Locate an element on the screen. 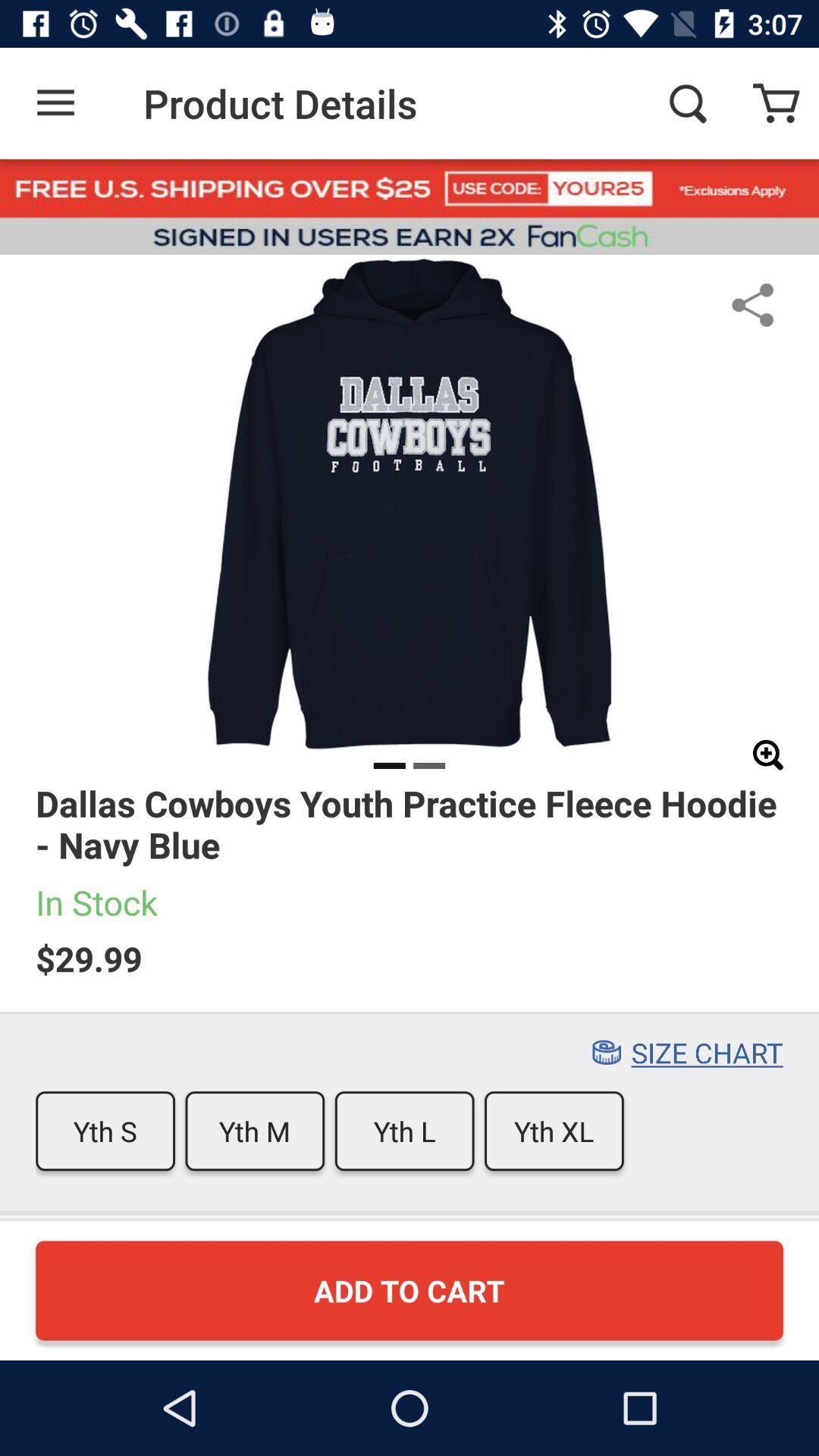 Image resolution: width=819 pixels, height=1456 pixels. item next to the yth m icon is located at coordinates (105, 1131).